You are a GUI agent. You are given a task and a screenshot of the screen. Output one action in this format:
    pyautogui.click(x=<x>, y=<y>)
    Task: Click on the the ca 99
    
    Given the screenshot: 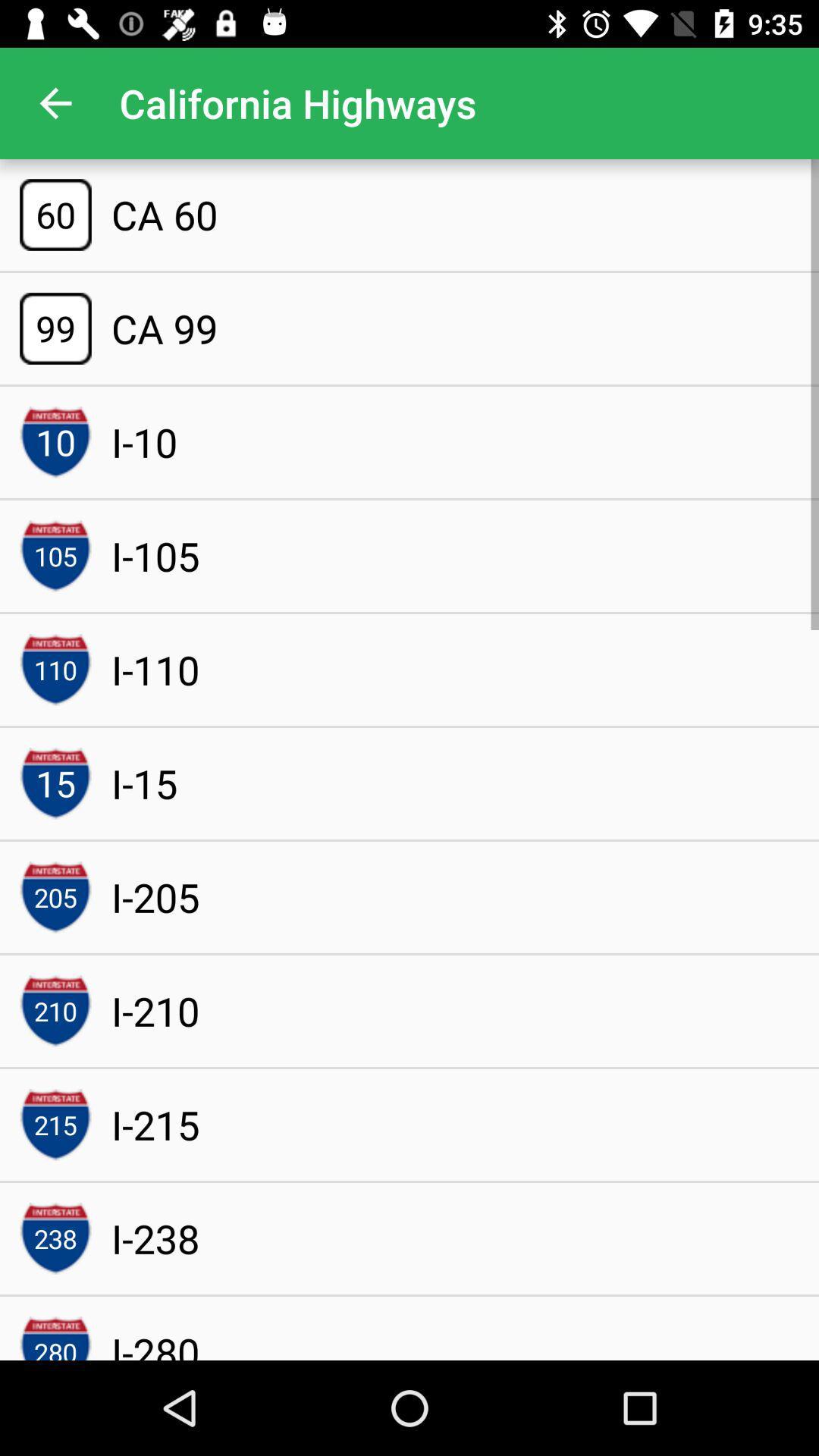 What is the action you would take?
    pyautogui.click(x=165, y=328)
    